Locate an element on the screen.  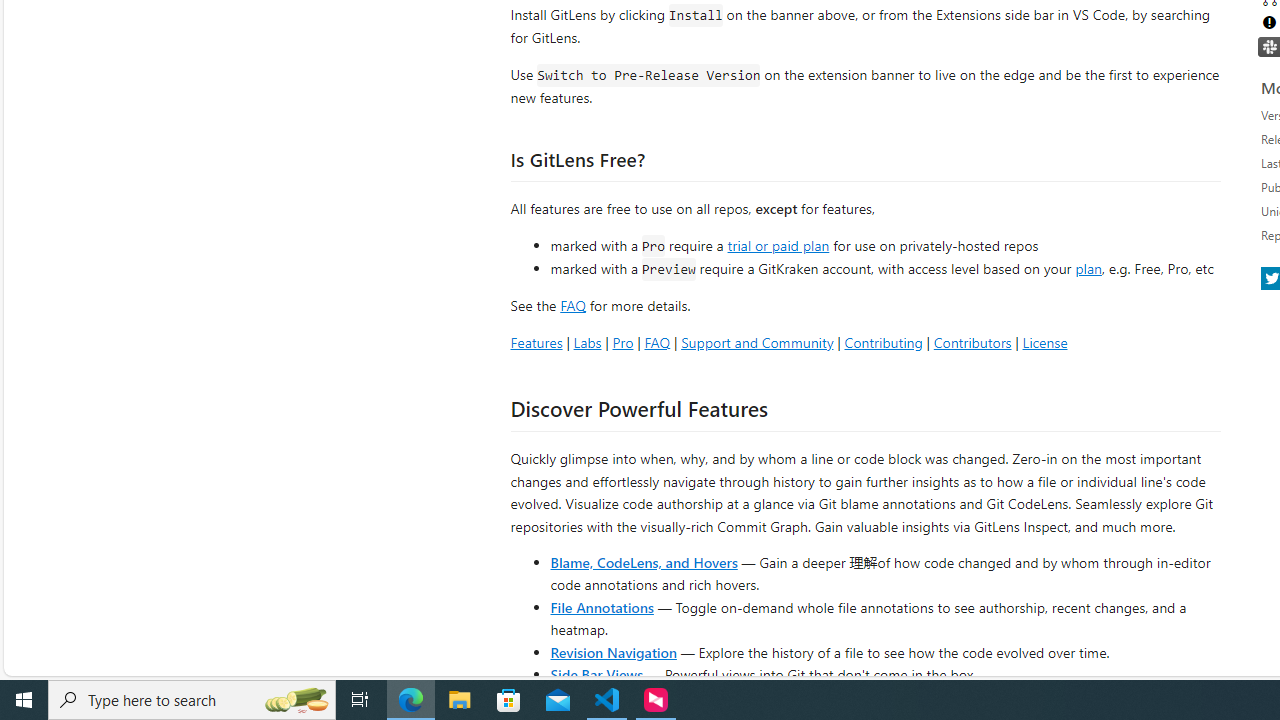
'File Explorer' is located at coordinates (459, 698).